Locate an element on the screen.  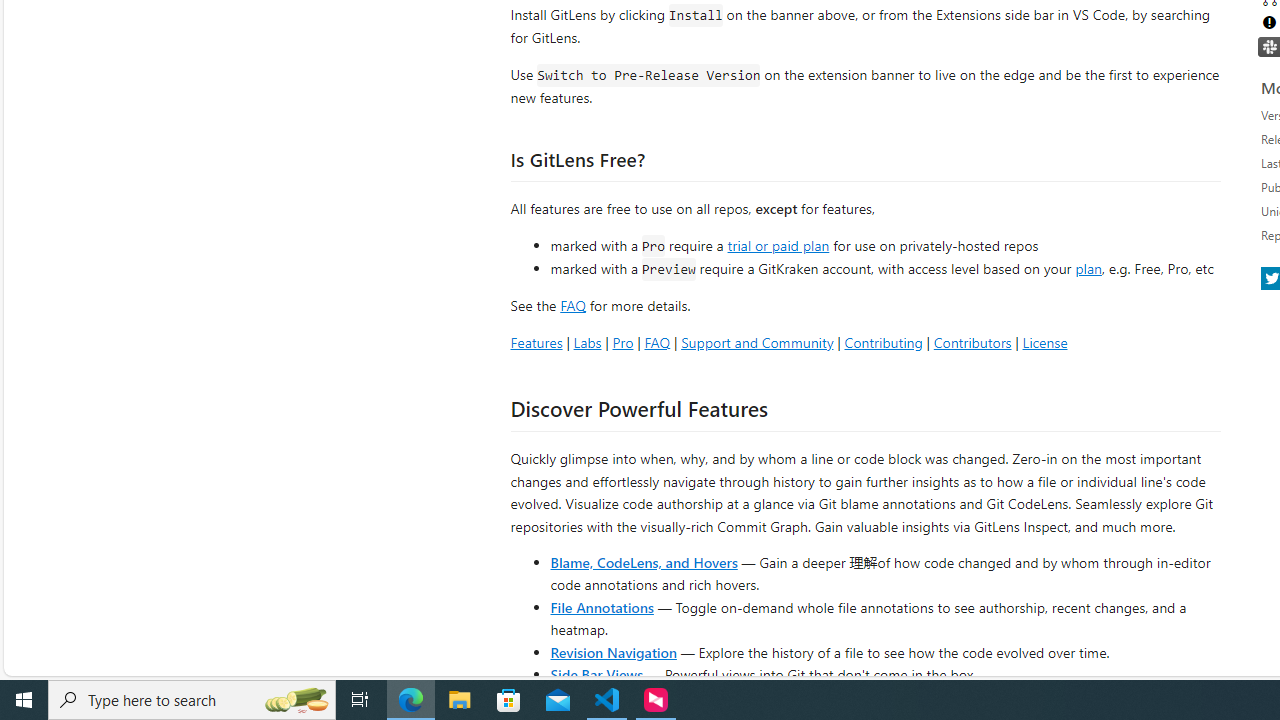
'File Explorer' is located at coordinates (459, 698).